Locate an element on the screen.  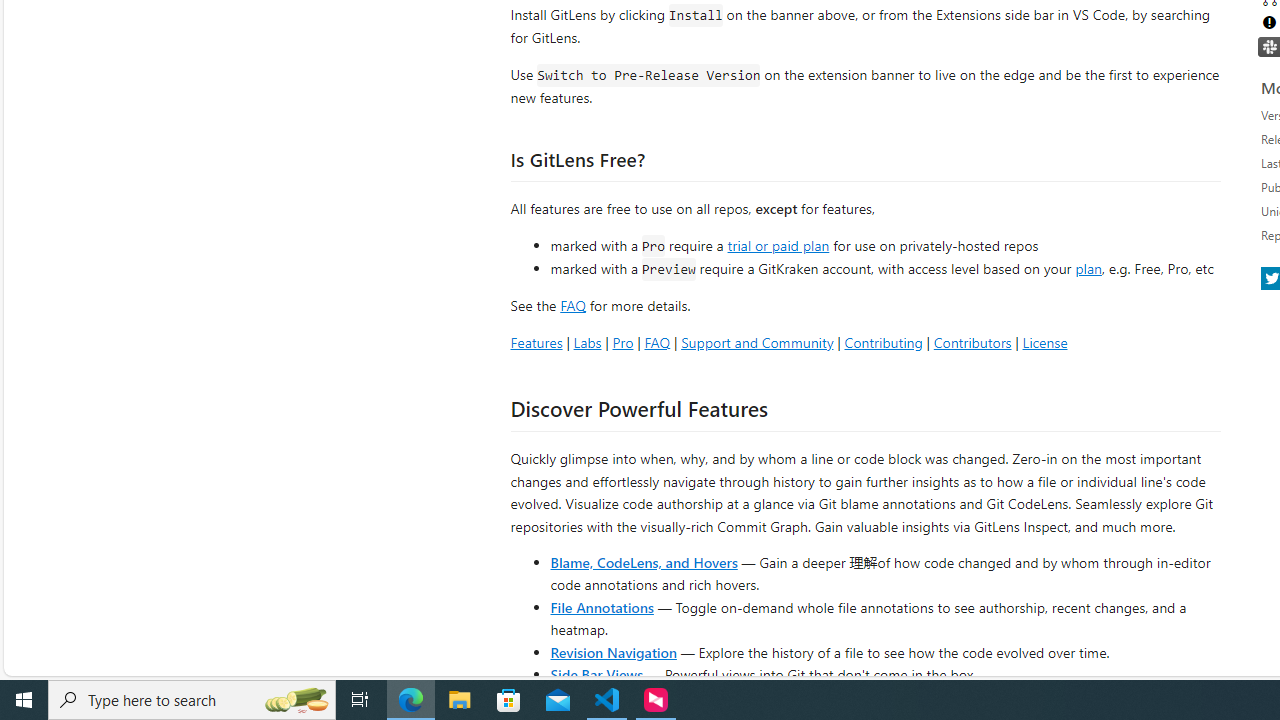
'File Explorer' is located at coordinates (459, 698).